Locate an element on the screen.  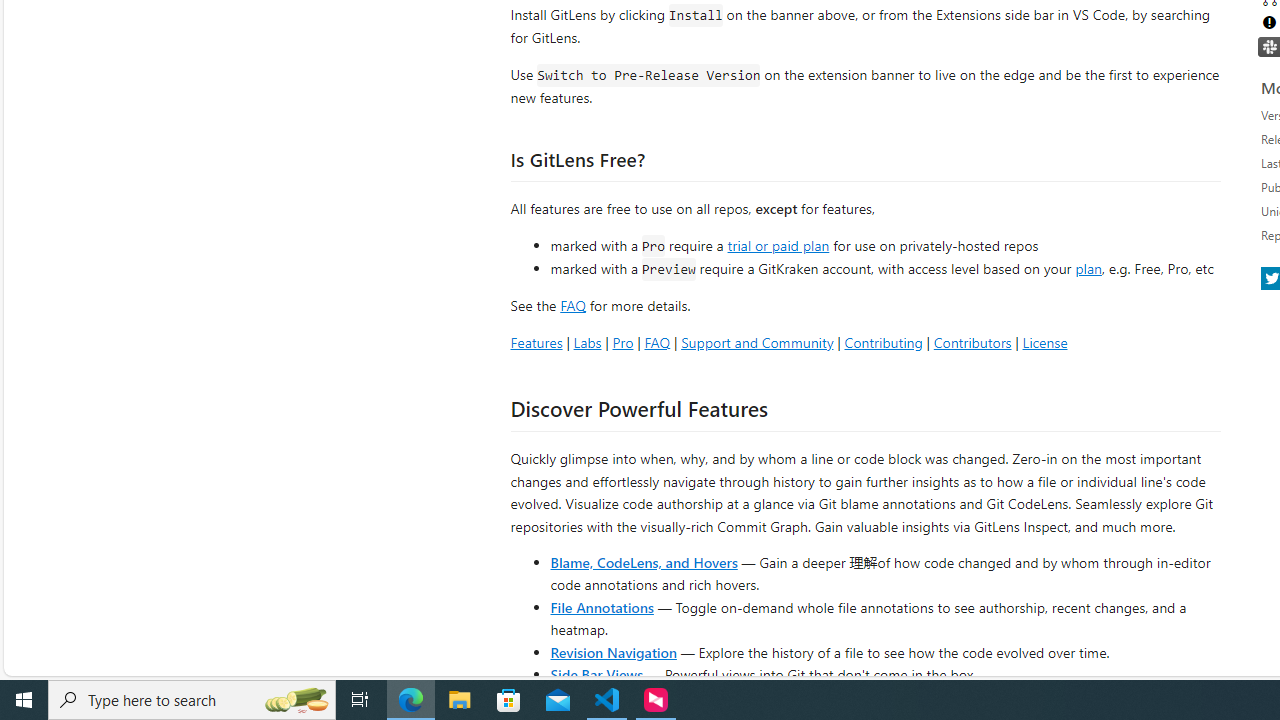
'File Explorer' is located at coordinates (459, 698).